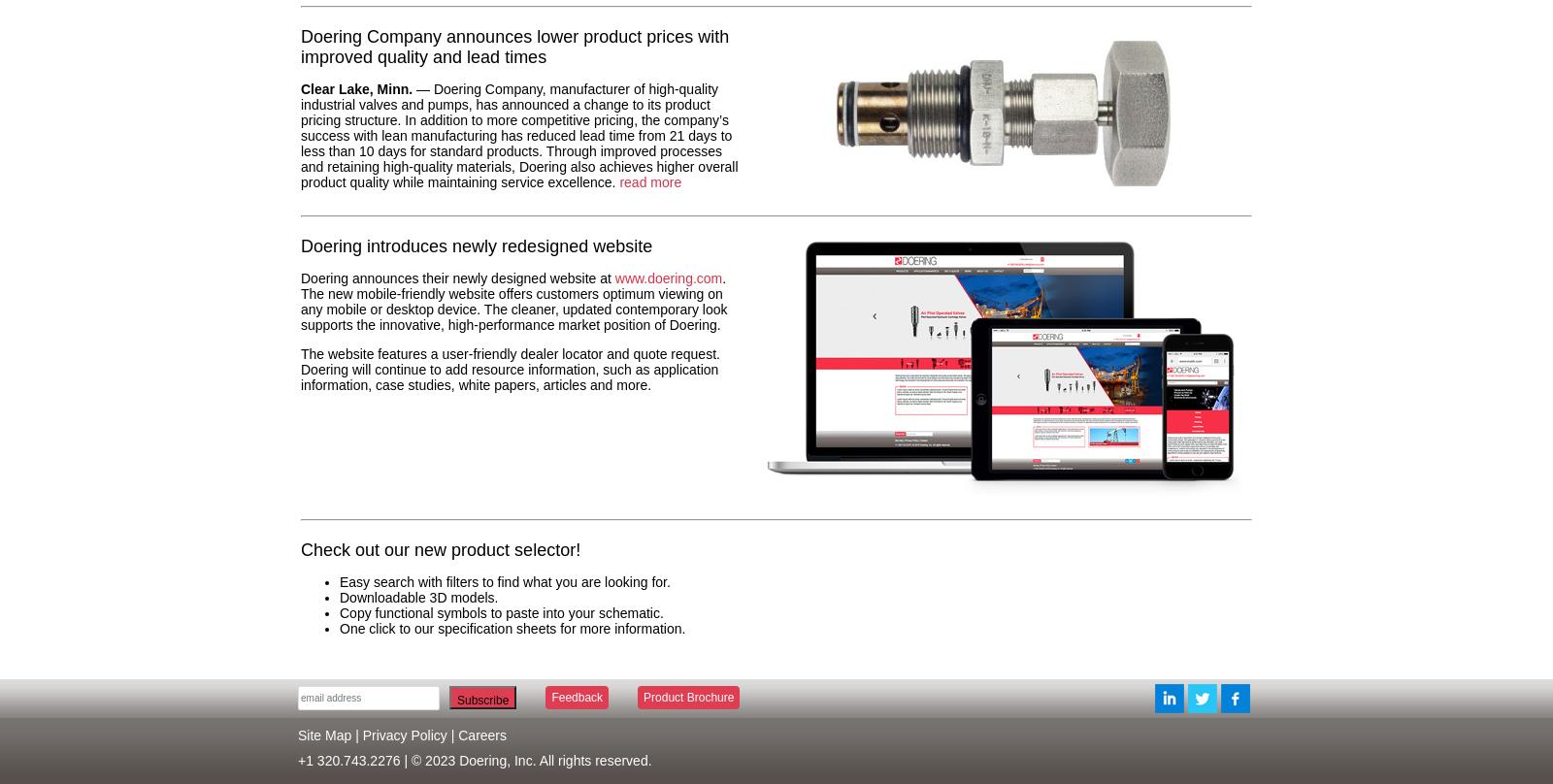  What do you see at coordinates (509, 368) in the screenshot?
I see `'The website features a user-friendly dealer locator and quote request. Doering will continue to add resource information, such as application information, case studies, white papers, articles and more.'` at bounding box center [509, 368].